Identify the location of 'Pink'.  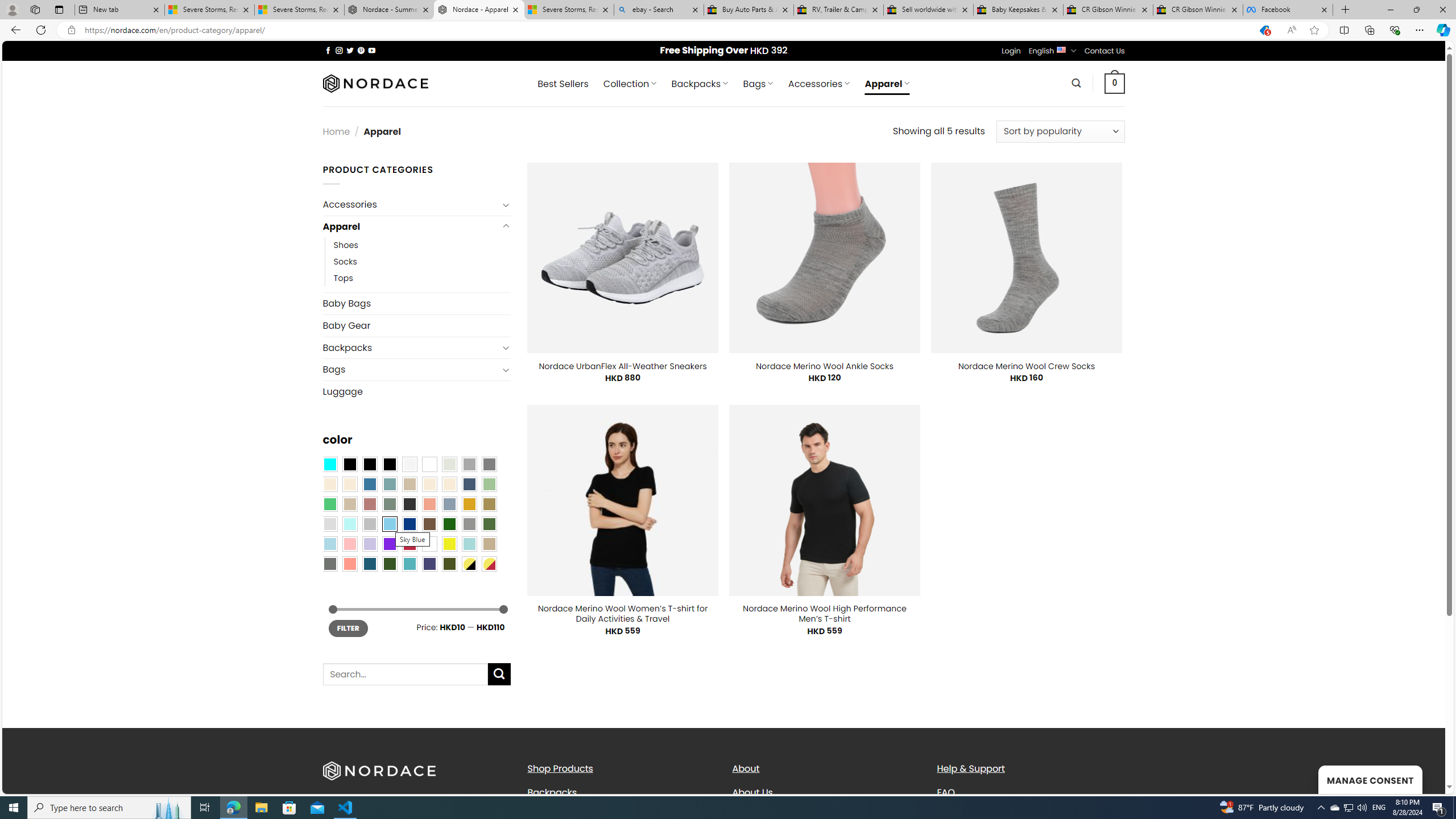
(349, 543).